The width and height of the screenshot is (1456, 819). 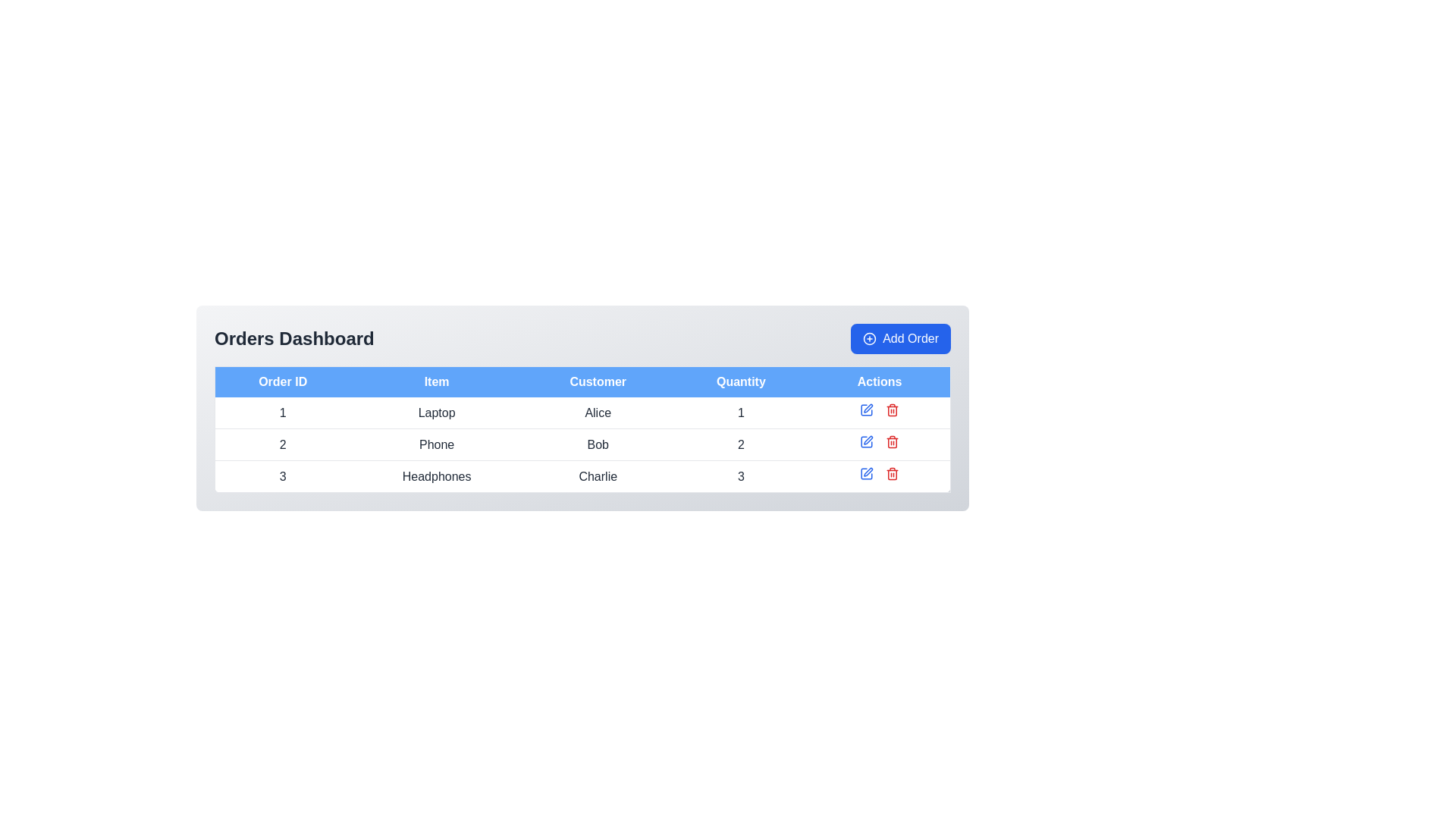 What do you see at coordinates (880, 475) in the screenshot?
I see `the blue edit icon in the Actions column of the row for 'Headphones' with customer 'Charlie' and quantity '3' to modify the row's data` at bounding box center [880, 475].